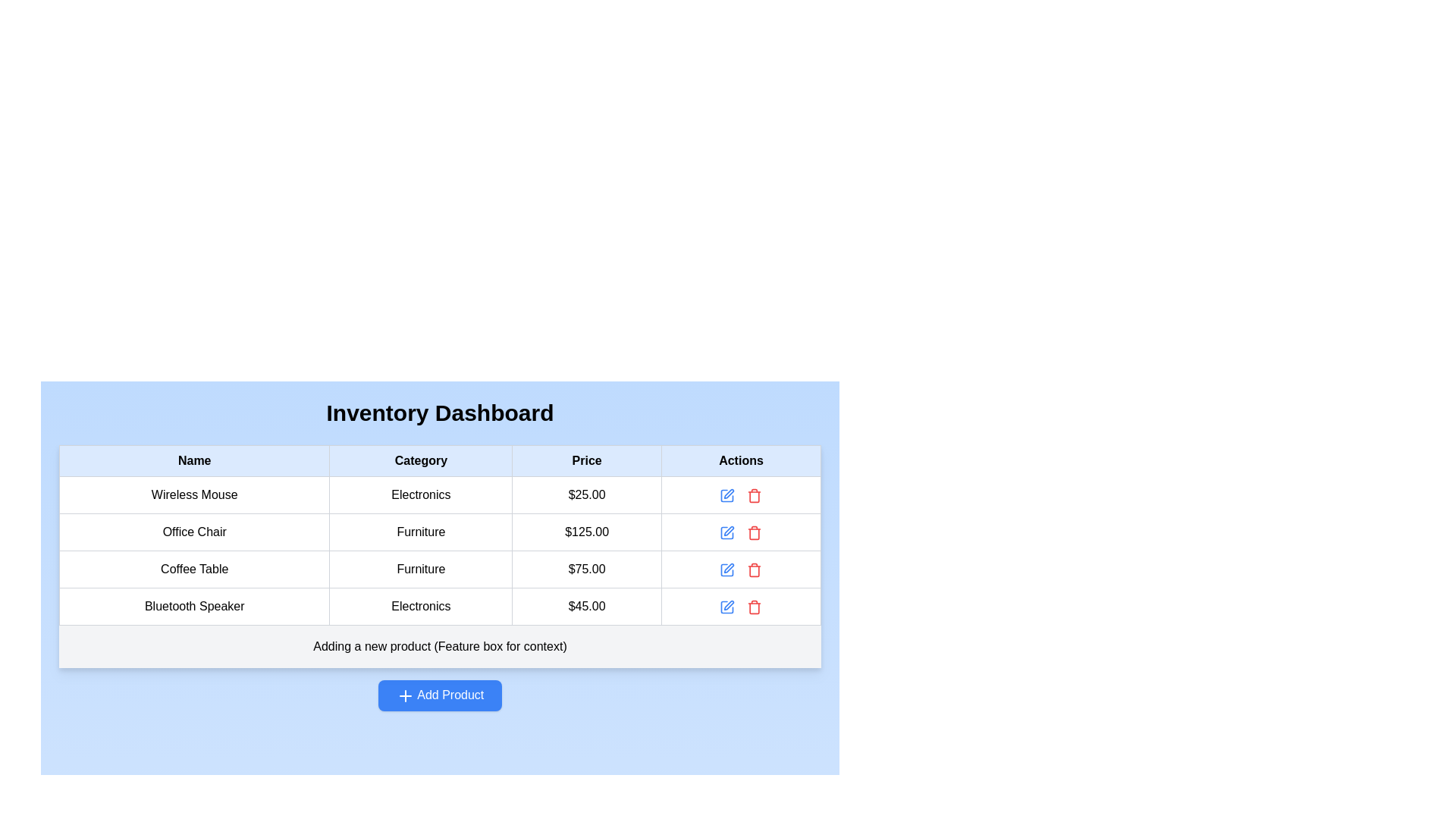  What do you see at coordinates (755, 532) in the screenshot?
I see `the 'Delete' icon button located in the 'Actions' column of the second row in the table to trigger visual feedback` at bounding box center [755, 532].